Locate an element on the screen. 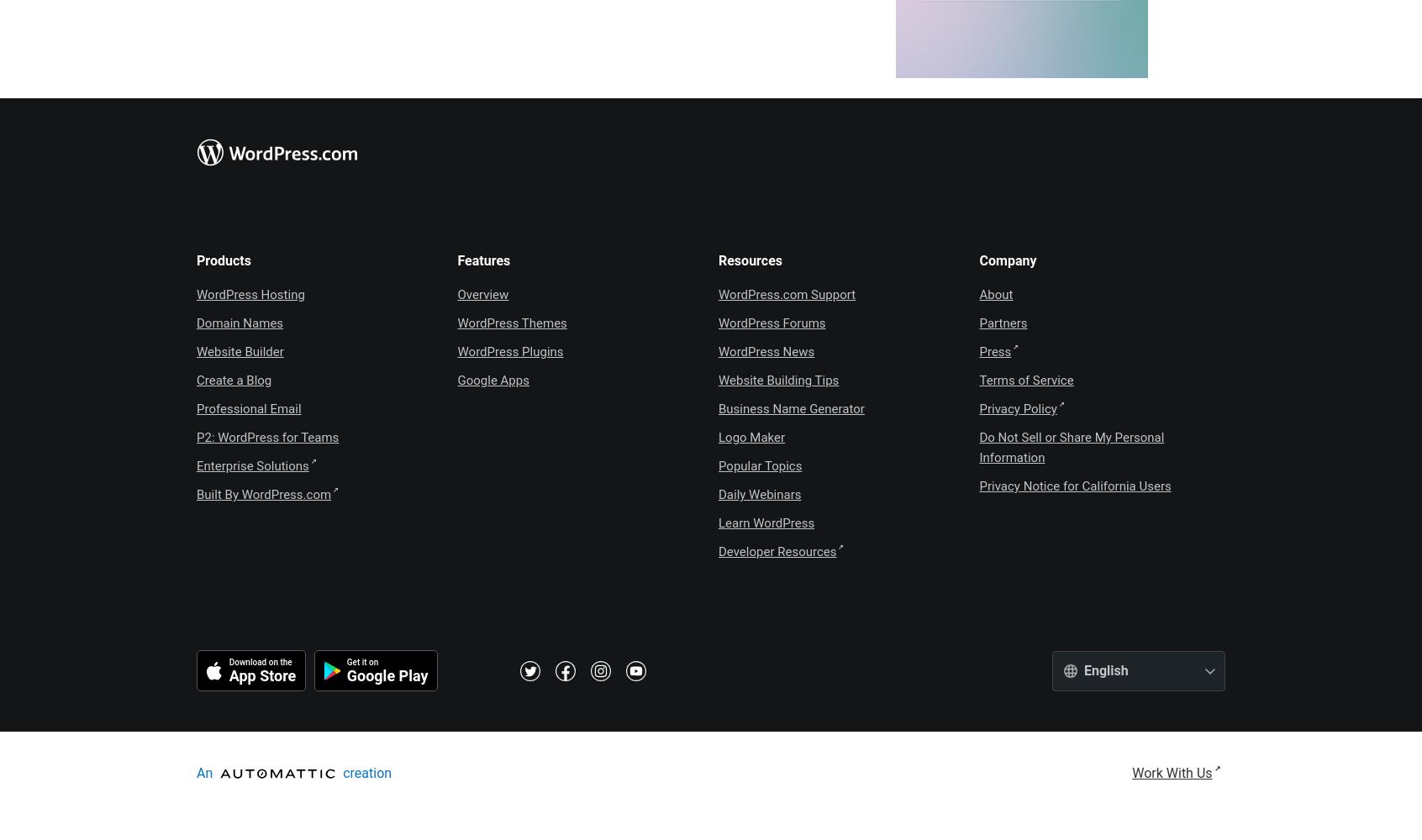 The image size is (1422, 840). 'Logo Maker' is located at coordinates (750, 438).